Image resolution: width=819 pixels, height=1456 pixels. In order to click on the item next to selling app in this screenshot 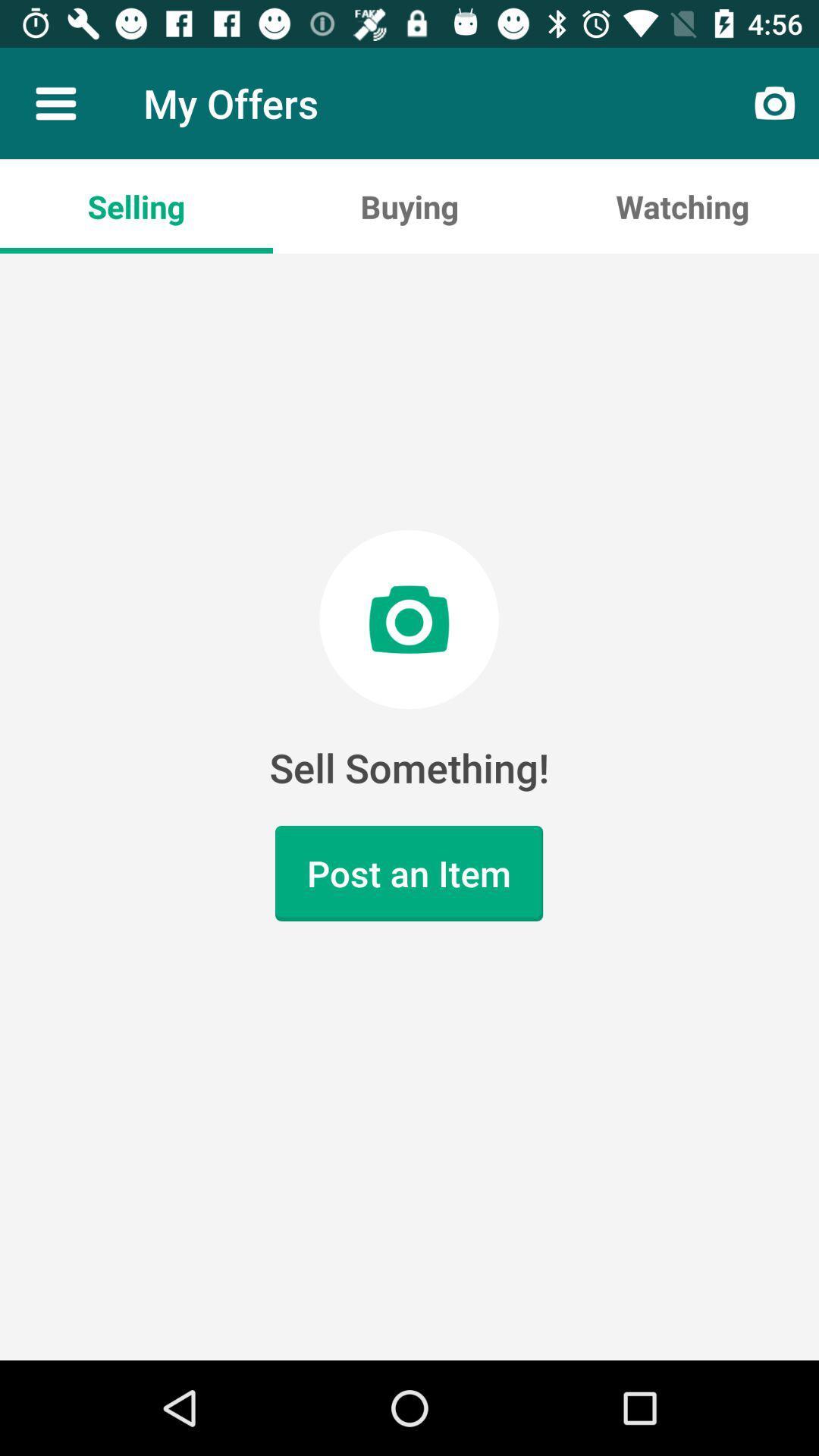, I will do `click(409, 206)`.